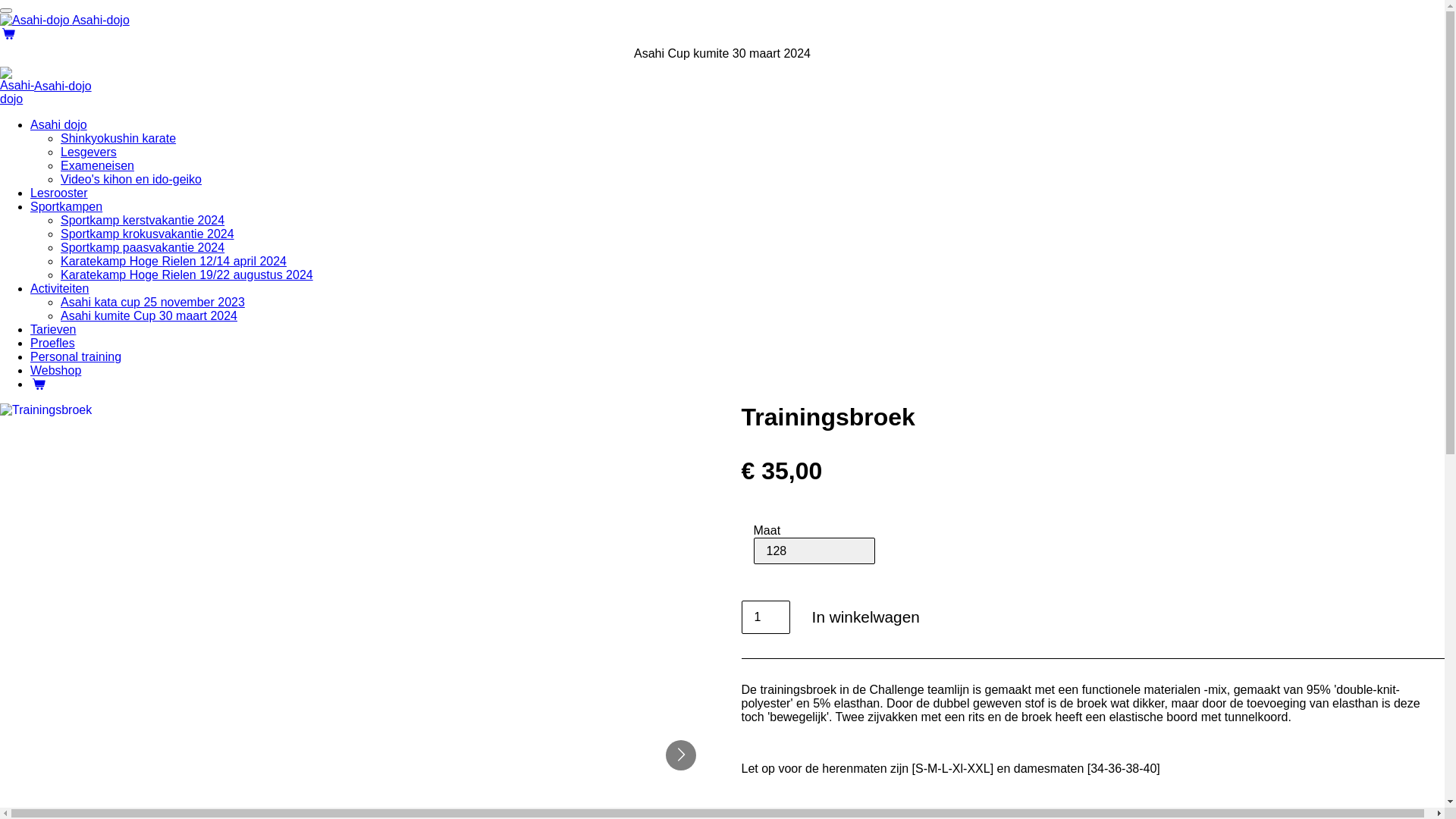 Image resolution: width=1456 pixels, height=819 pixels. I want to click on 'Winkelwagen', so click(39, 383).